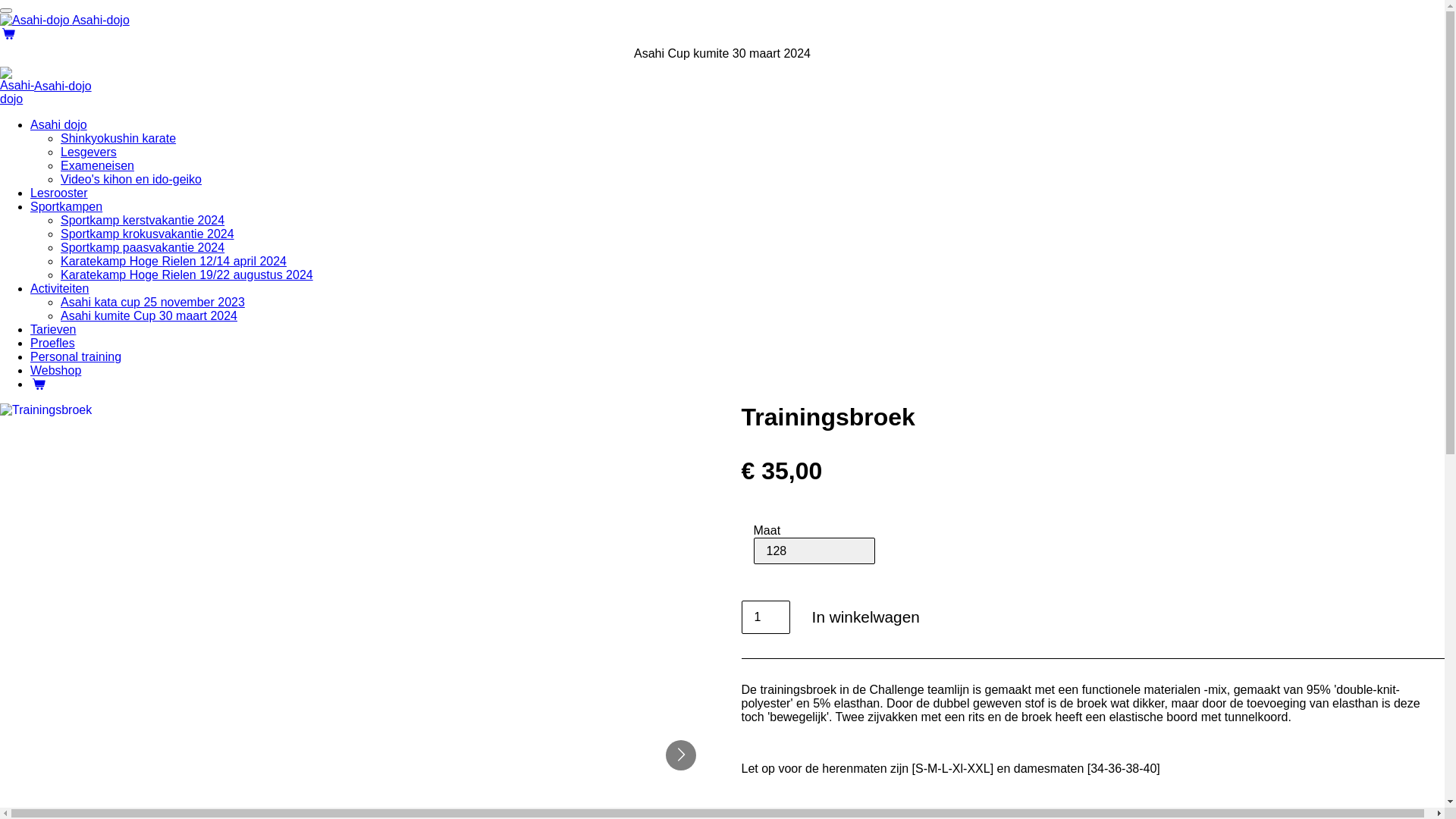 Image resolution: width=1456 pixels, height=819 pixels. I want to click on 'Winkelwagen', so click(39, 383).